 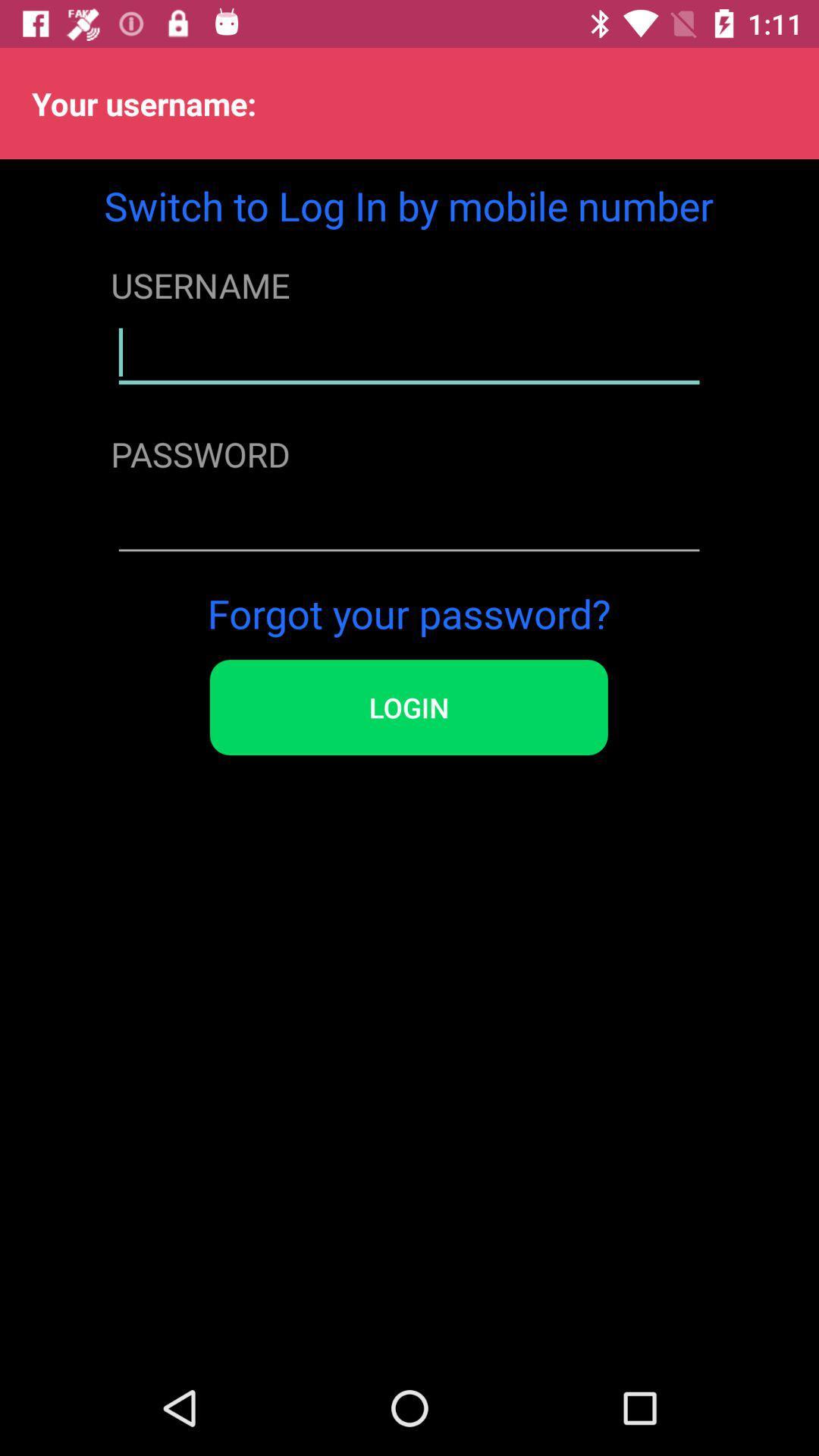 I want to click on login icon, so click(x=408, y=706).